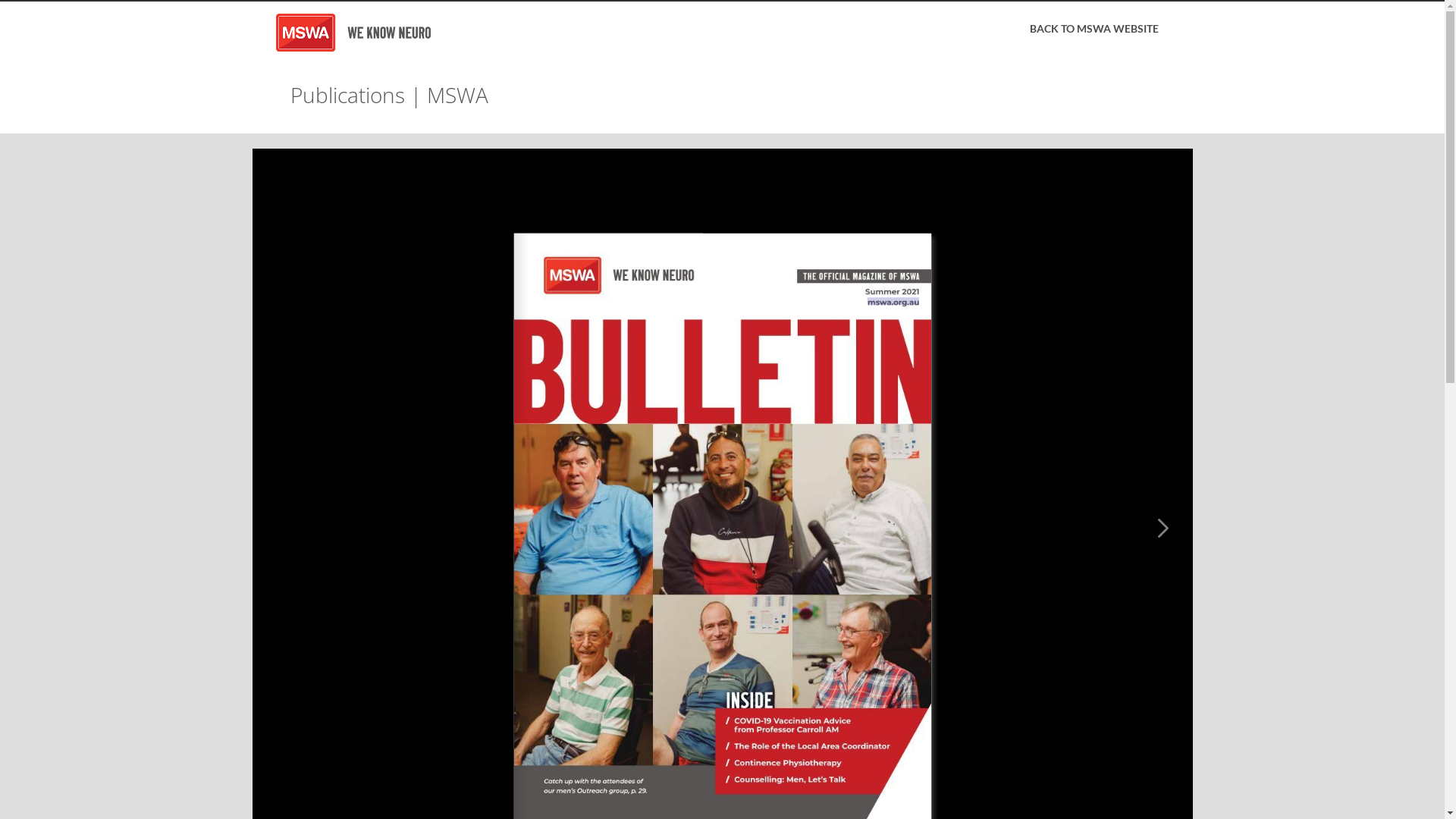 This screenshot has height=819, width=1456. I want to click on 'BACK TO MSWA WEBSITE', so click(1018, 29).